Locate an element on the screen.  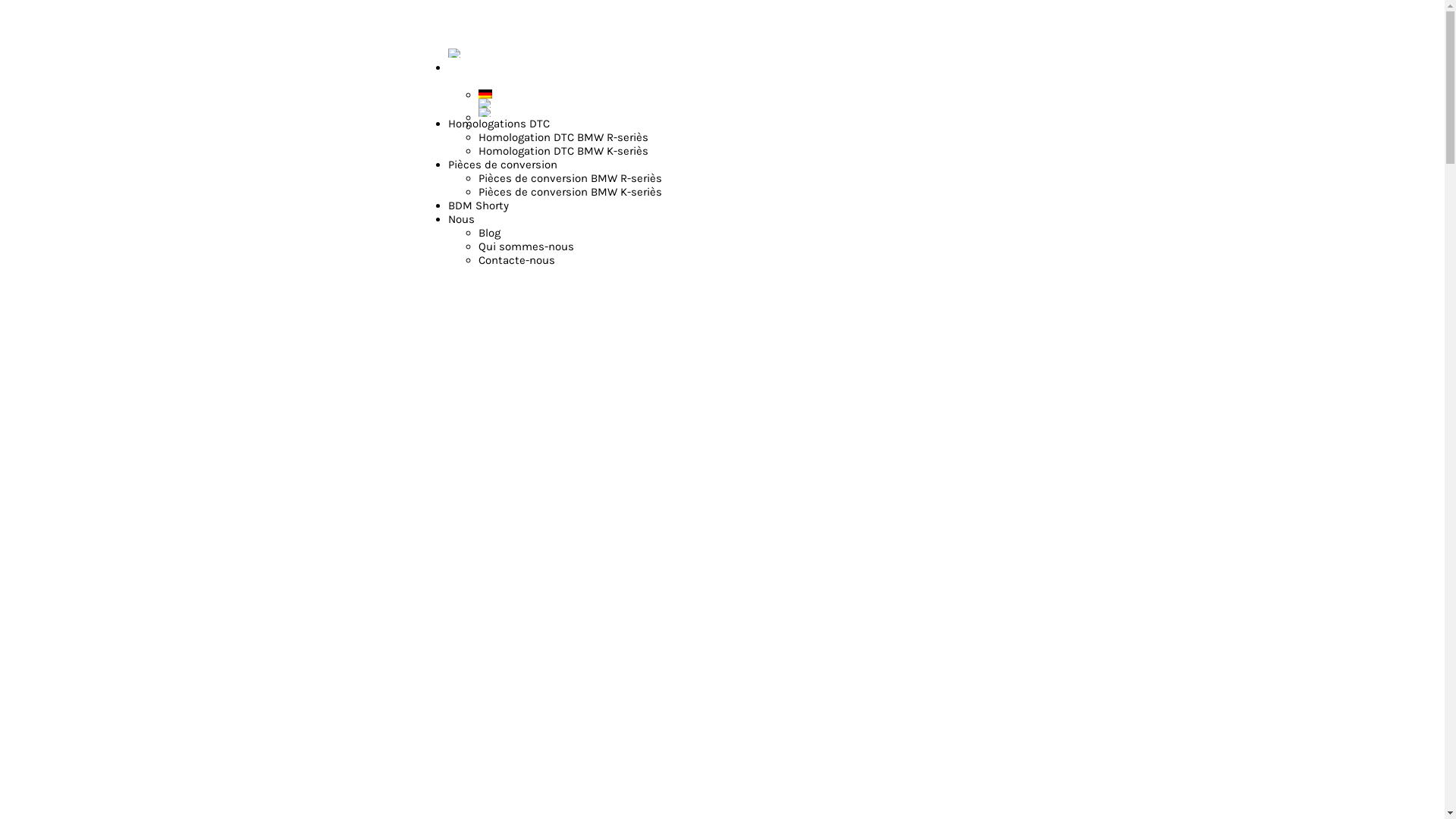
'Homologations DTC' is located at coordinates (498, 122).